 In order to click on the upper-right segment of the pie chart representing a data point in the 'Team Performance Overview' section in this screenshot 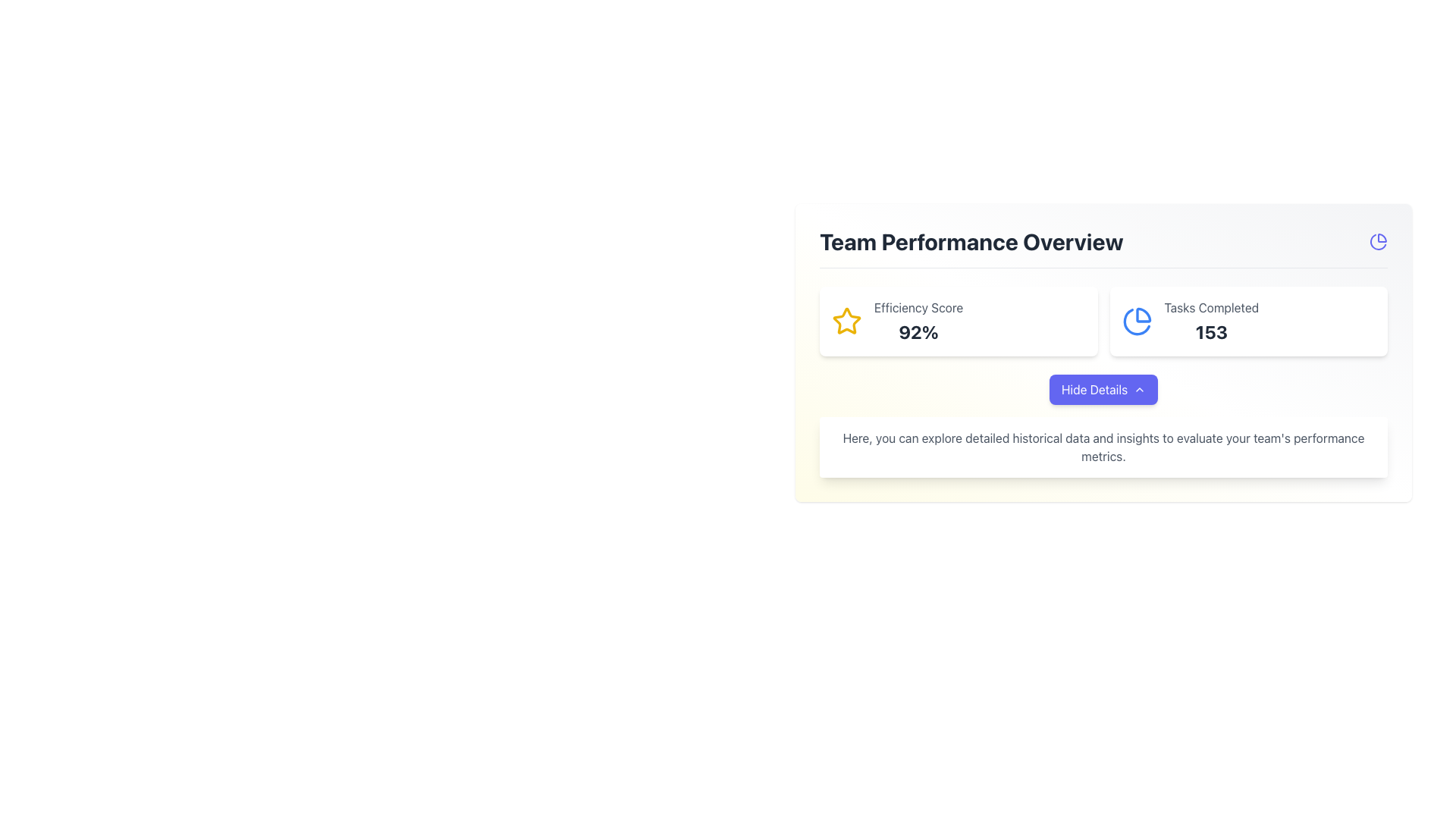, I will do `click(1143, 314)`.